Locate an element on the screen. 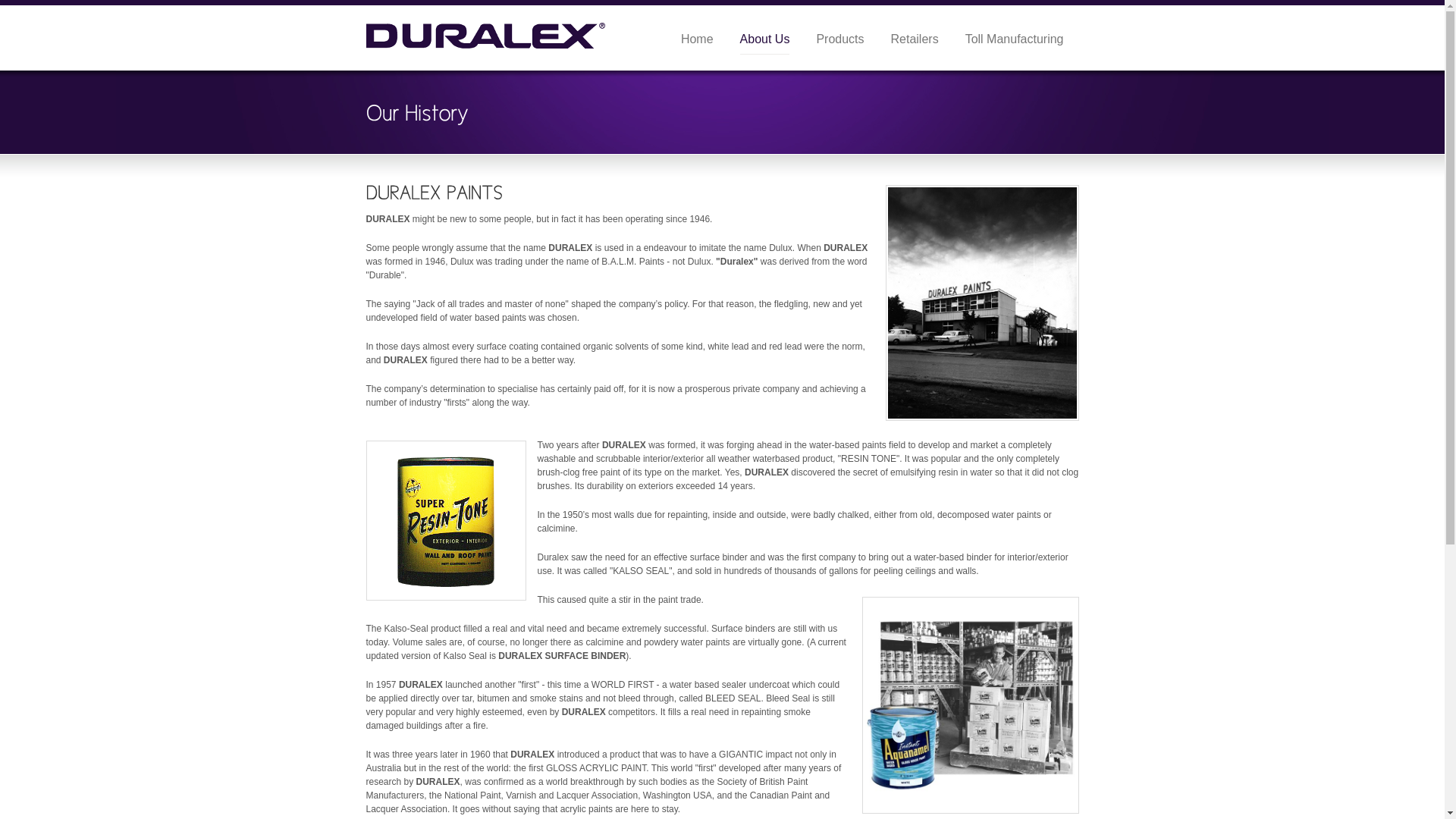 Image resolution: width=1456 pixels, height=819 pixels. 'Toll Manufacturing' is located at coordinates (1015, 39).